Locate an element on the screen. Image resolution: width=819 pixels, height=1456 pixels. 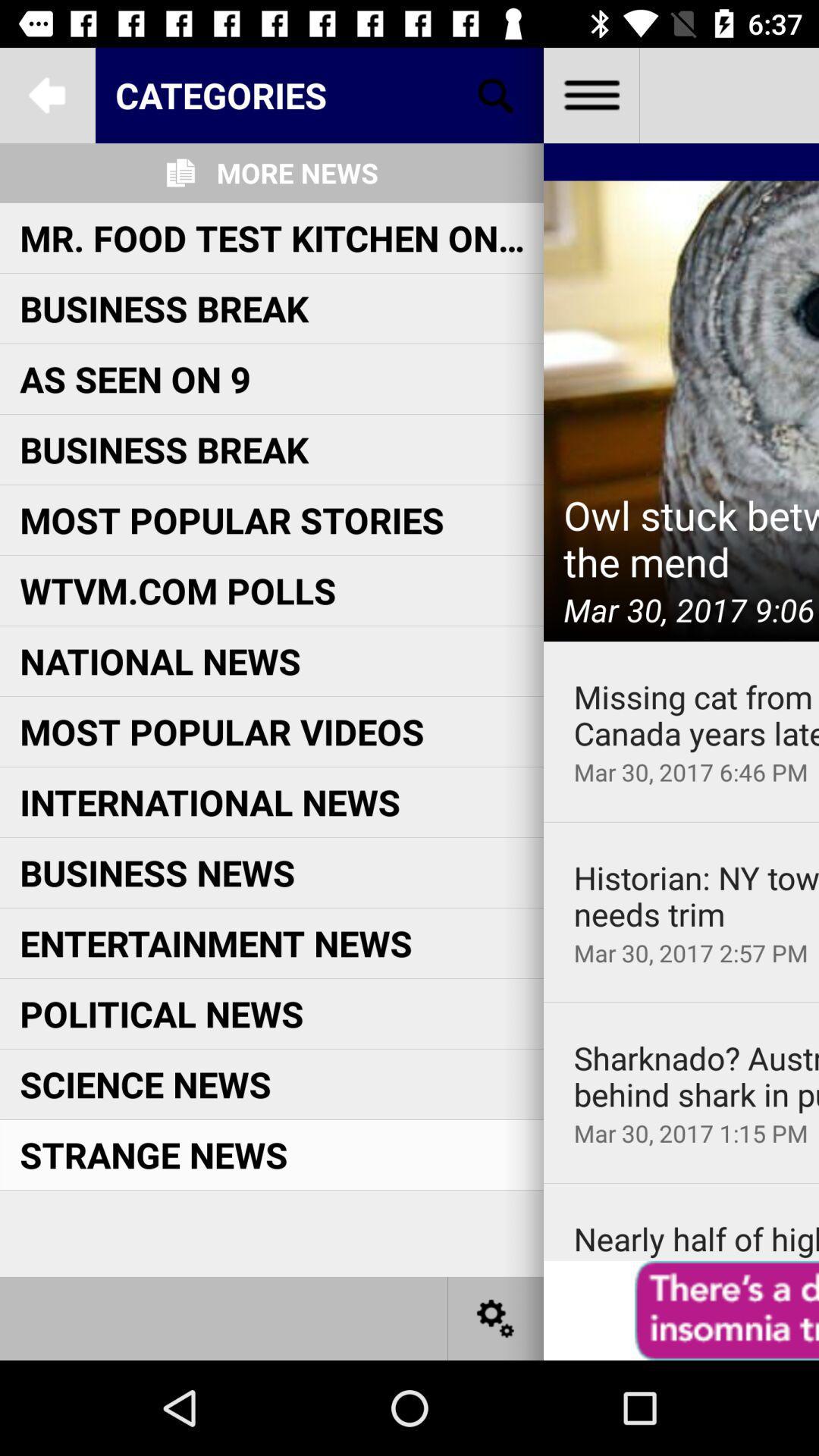
the arrow_backward icon is located at coordinates (46, 94).